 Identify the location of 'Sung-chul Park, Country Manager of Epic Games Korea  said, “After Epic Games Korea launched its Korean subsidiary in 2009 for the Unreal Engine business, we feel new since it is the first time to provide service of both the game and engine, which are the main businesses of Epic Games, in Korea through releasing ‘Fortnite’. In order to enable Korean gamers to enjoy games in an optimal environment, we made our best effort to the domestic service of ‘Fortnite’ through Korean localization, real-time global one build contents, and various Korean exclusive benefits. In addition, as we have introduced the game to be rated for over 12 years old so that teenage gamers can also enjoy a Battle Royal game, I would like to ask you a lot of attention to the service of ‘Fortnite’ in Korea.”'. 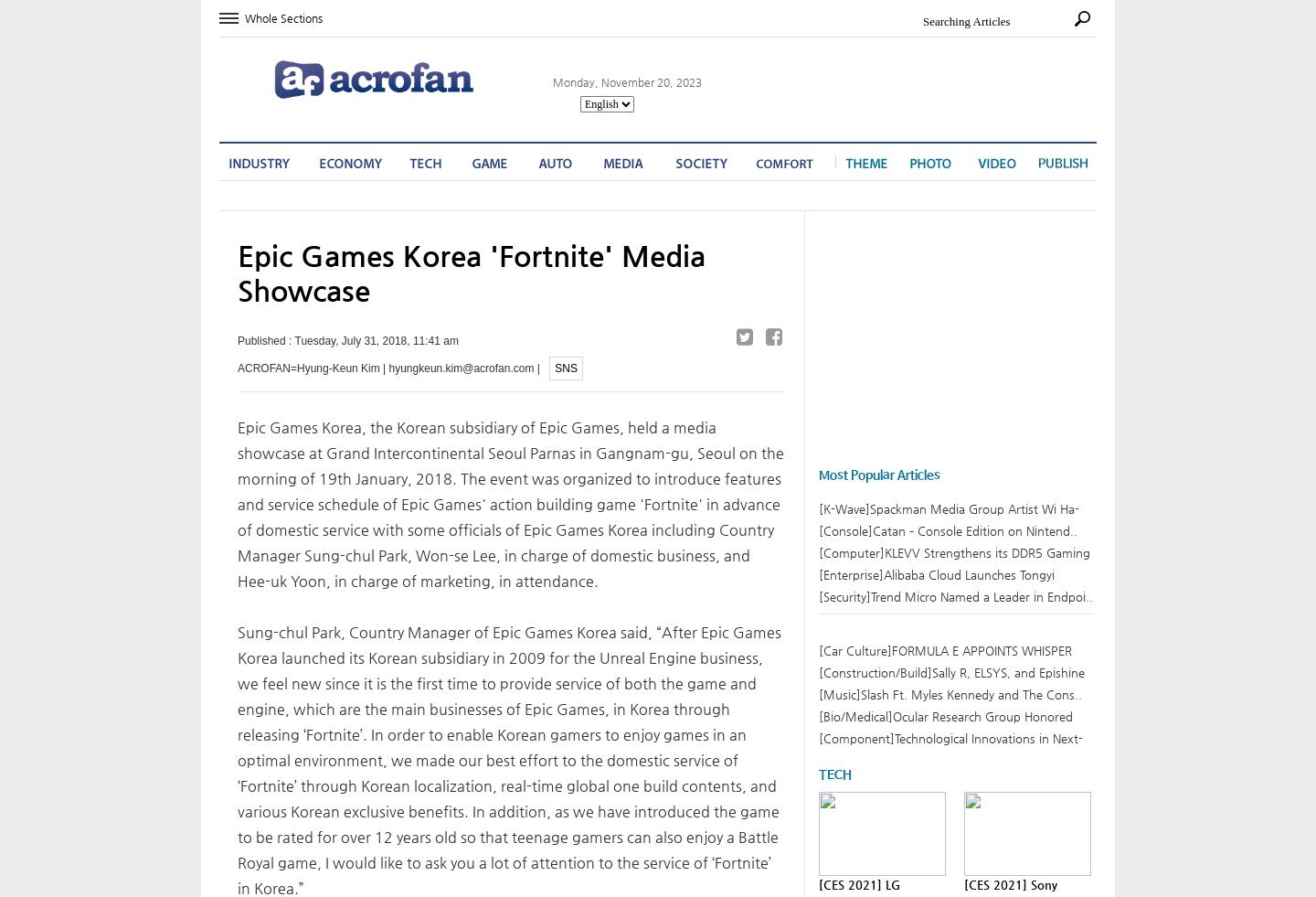
(509, 759).